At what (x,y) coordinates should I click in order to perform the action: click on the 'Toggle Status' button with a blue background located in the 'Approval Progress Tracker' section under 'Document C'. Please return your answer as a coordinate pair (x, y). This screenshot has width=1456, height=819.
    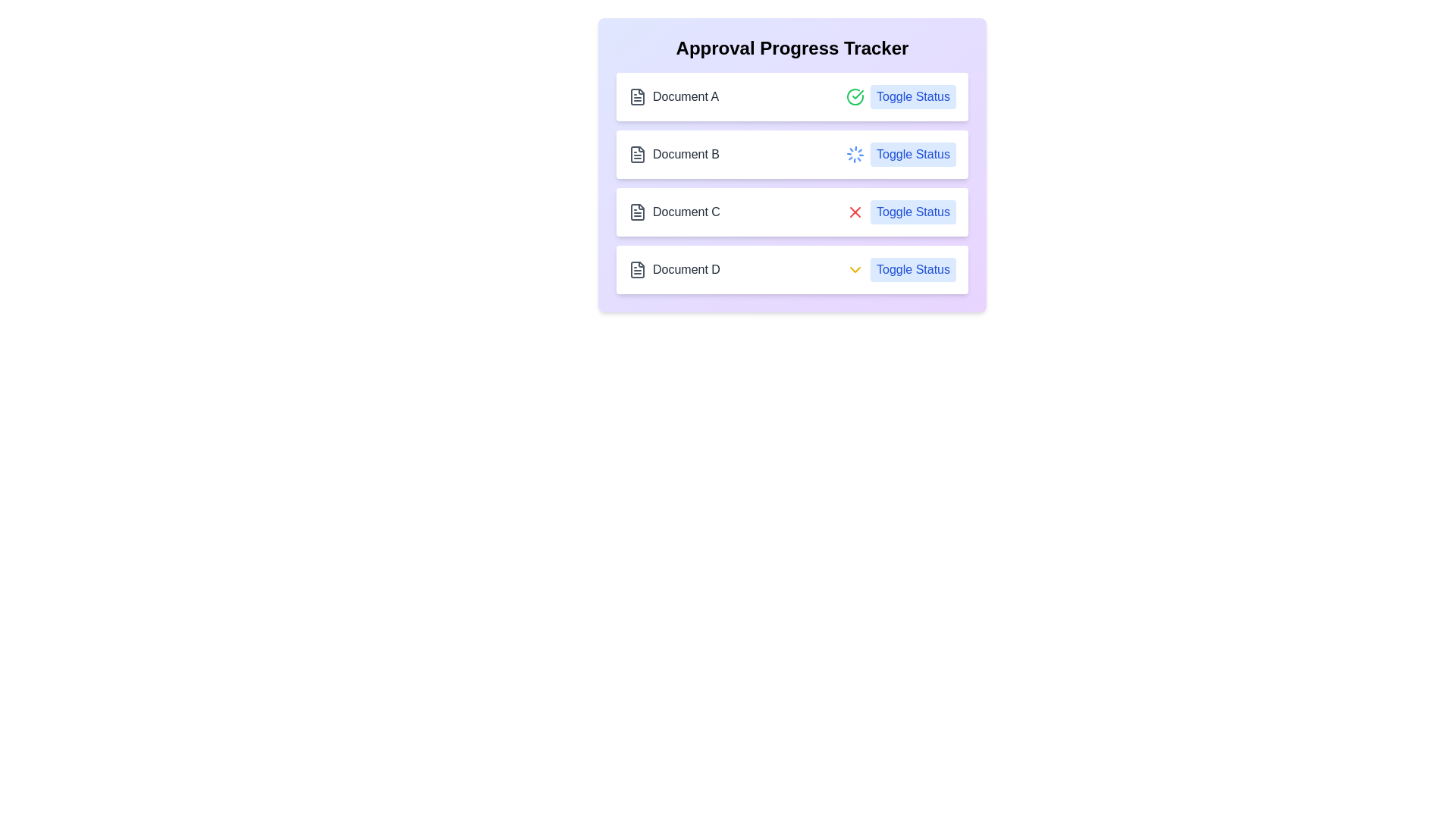
    Looking at the image, I should click on (901, 212).